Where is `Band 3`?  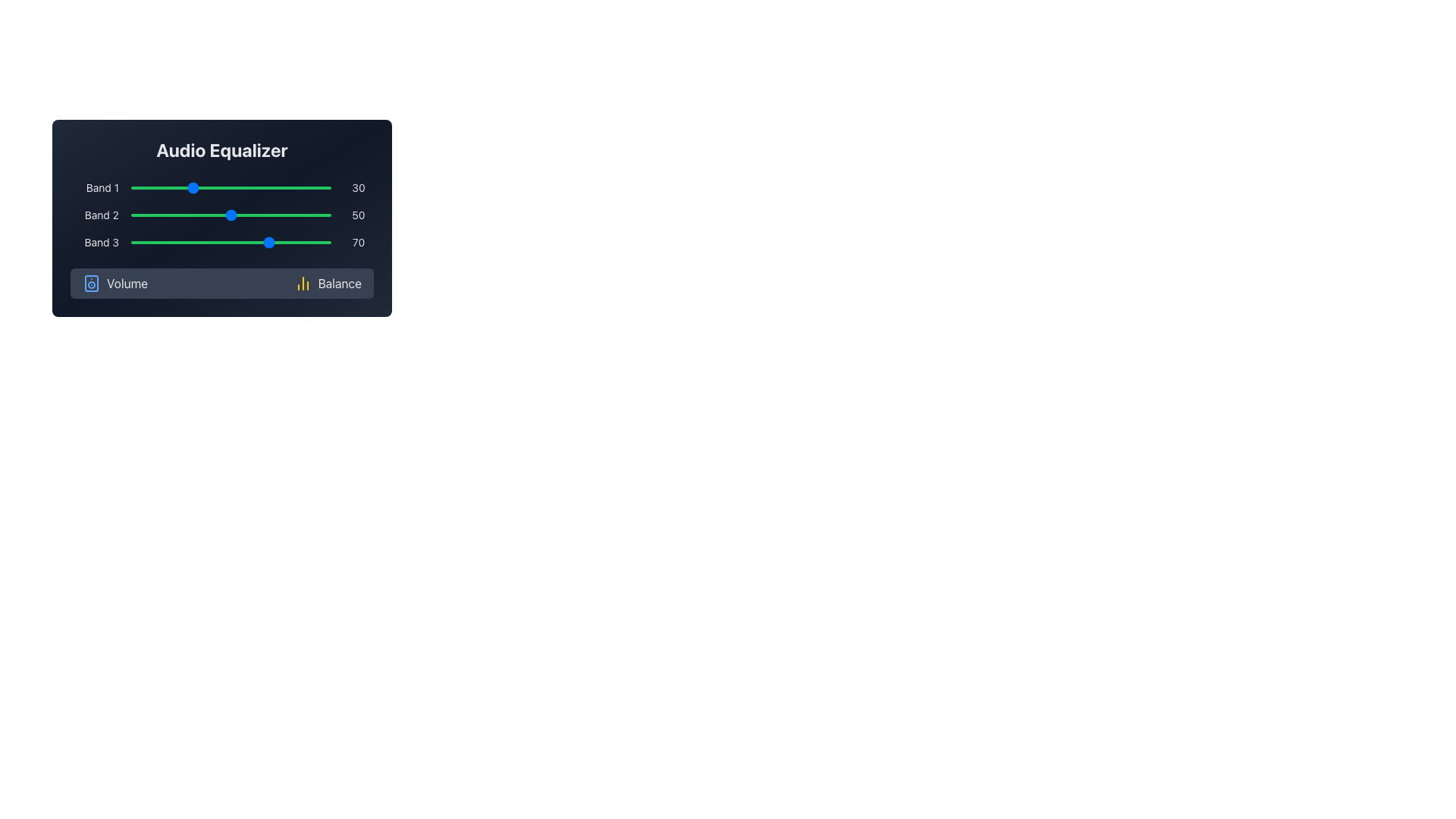
Band 3 is located at coordinates (316, 242).